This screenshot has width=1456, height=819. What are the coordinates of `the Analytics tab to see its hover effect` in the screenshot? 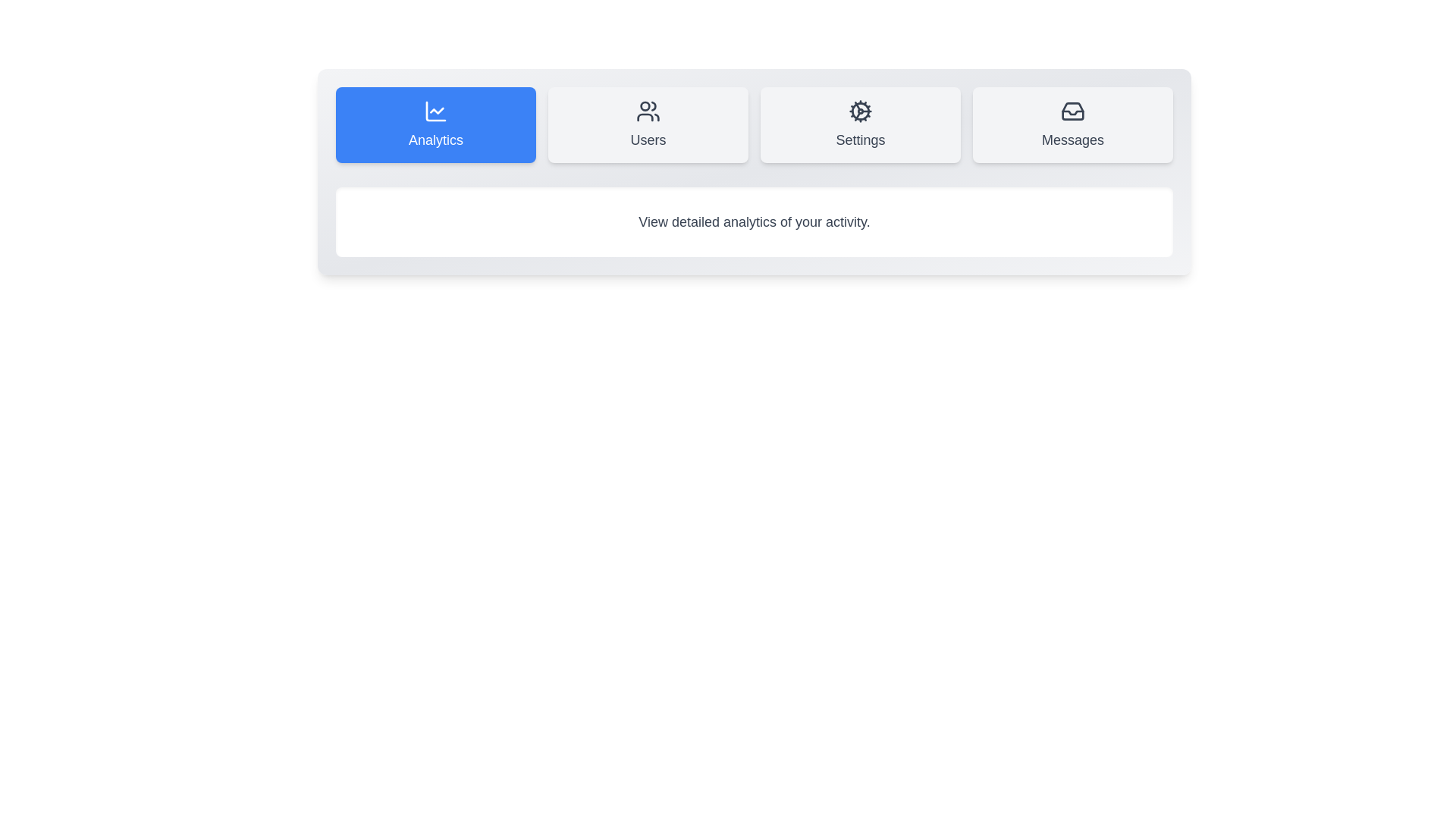 It's located at (435, 124).